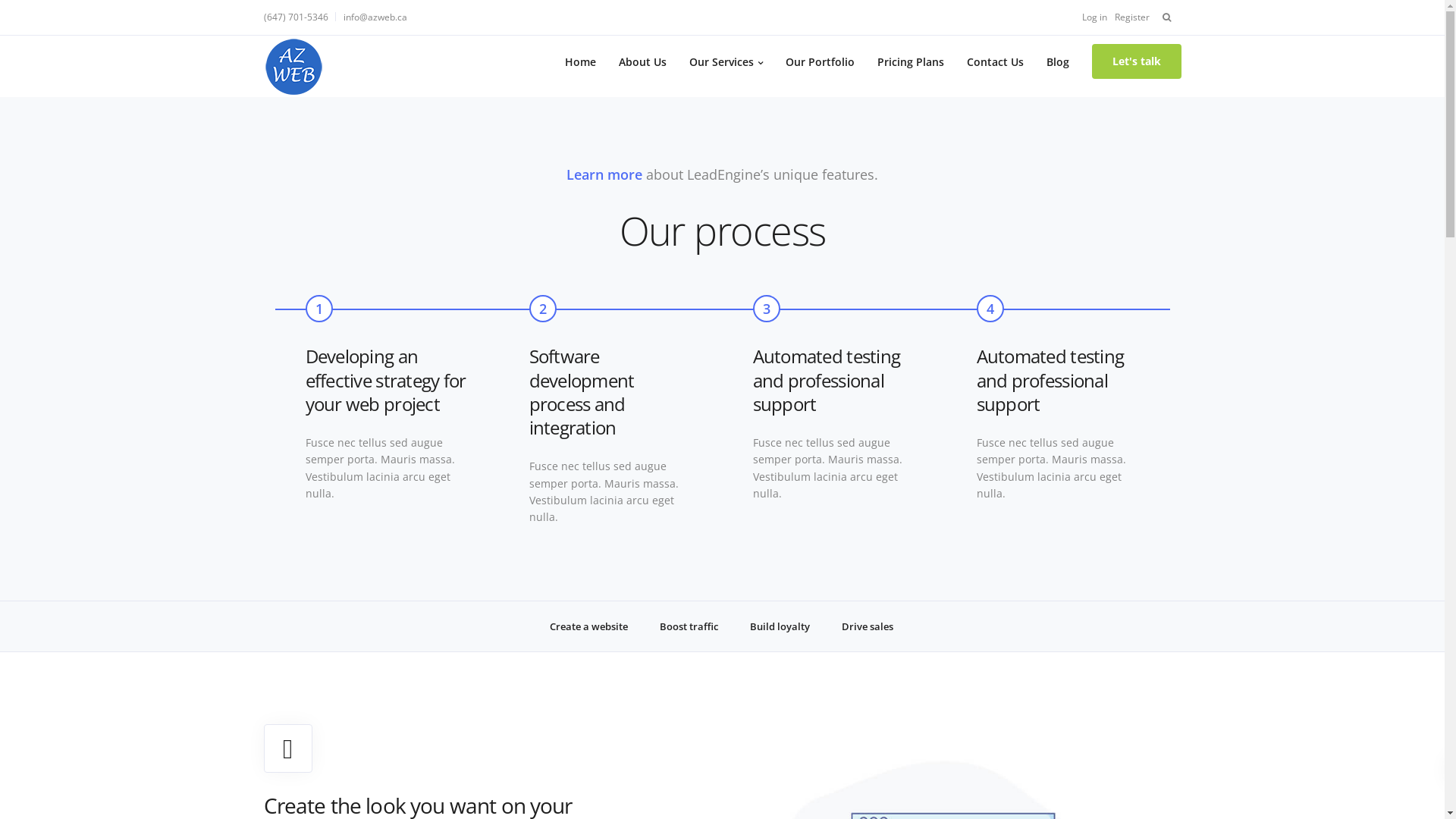 Image resolution: width=1456 pixels, height=819 pixels. What do you see at coordinates (579, 61) in the screenshot?
I see `'Home'` at bounding box center [579, 61].